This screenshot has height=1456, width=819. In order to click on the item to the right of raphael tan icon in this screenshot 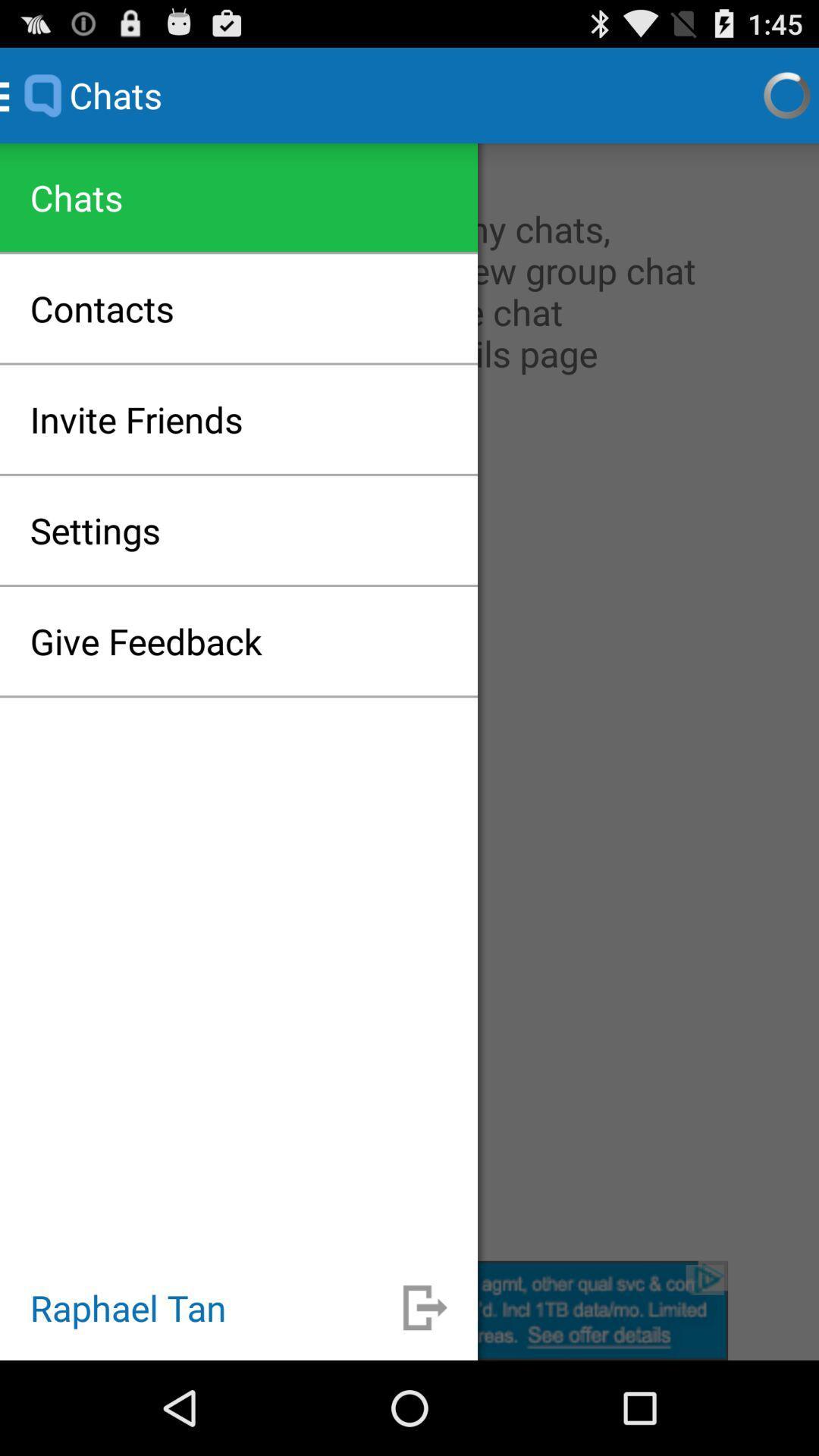, I will do `click(425, 1307)`.